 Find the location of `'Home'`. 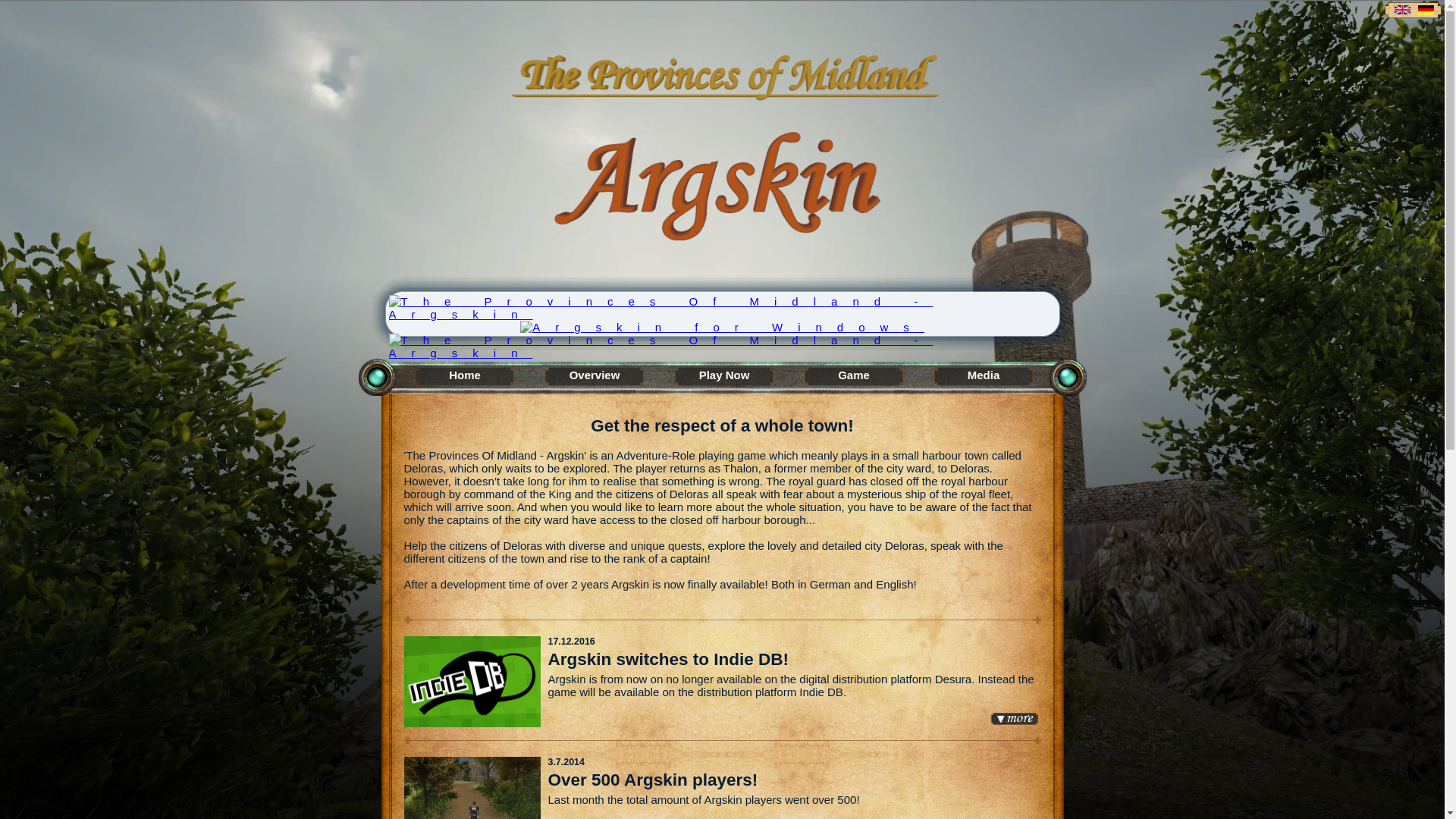

'Home' is located at coordinates (464, 376).